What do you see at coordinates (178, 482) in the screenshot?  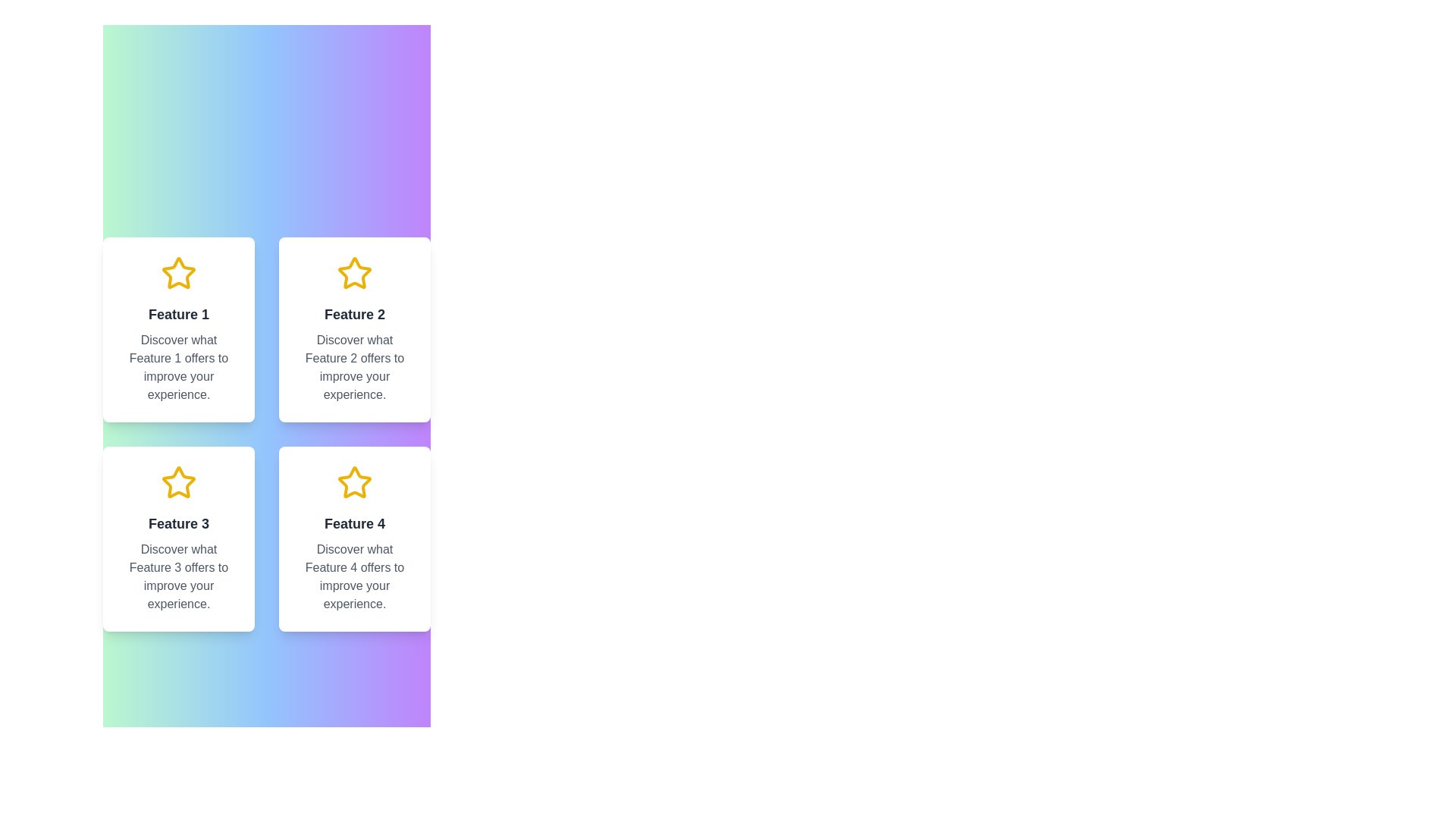 I see `the star-shaped icon with a yellow outline located at the top-center of the 'Feature 3' card` at bounding box center [178, 482].